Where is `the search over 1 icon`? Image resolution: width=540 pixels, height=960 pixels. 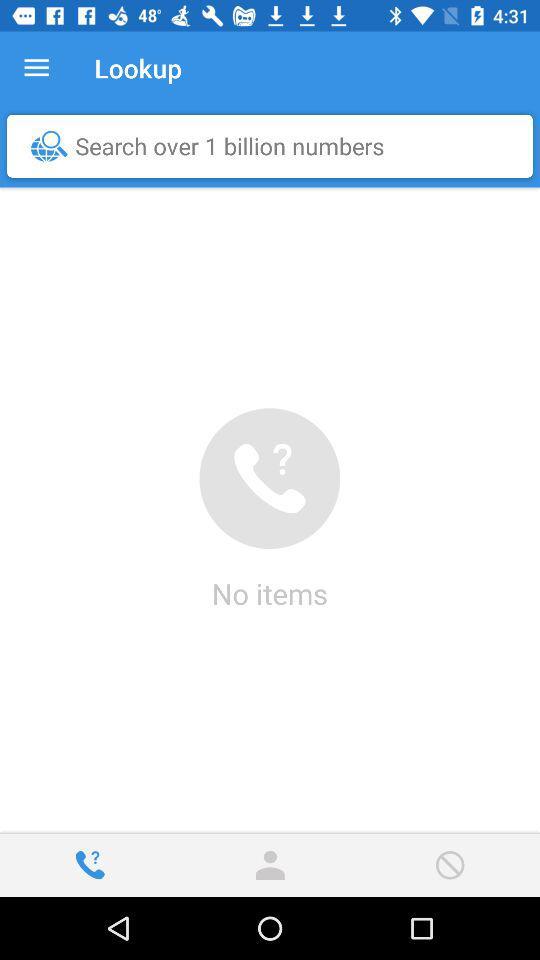 the search over 1 icon is located at coordinates (274, 145).